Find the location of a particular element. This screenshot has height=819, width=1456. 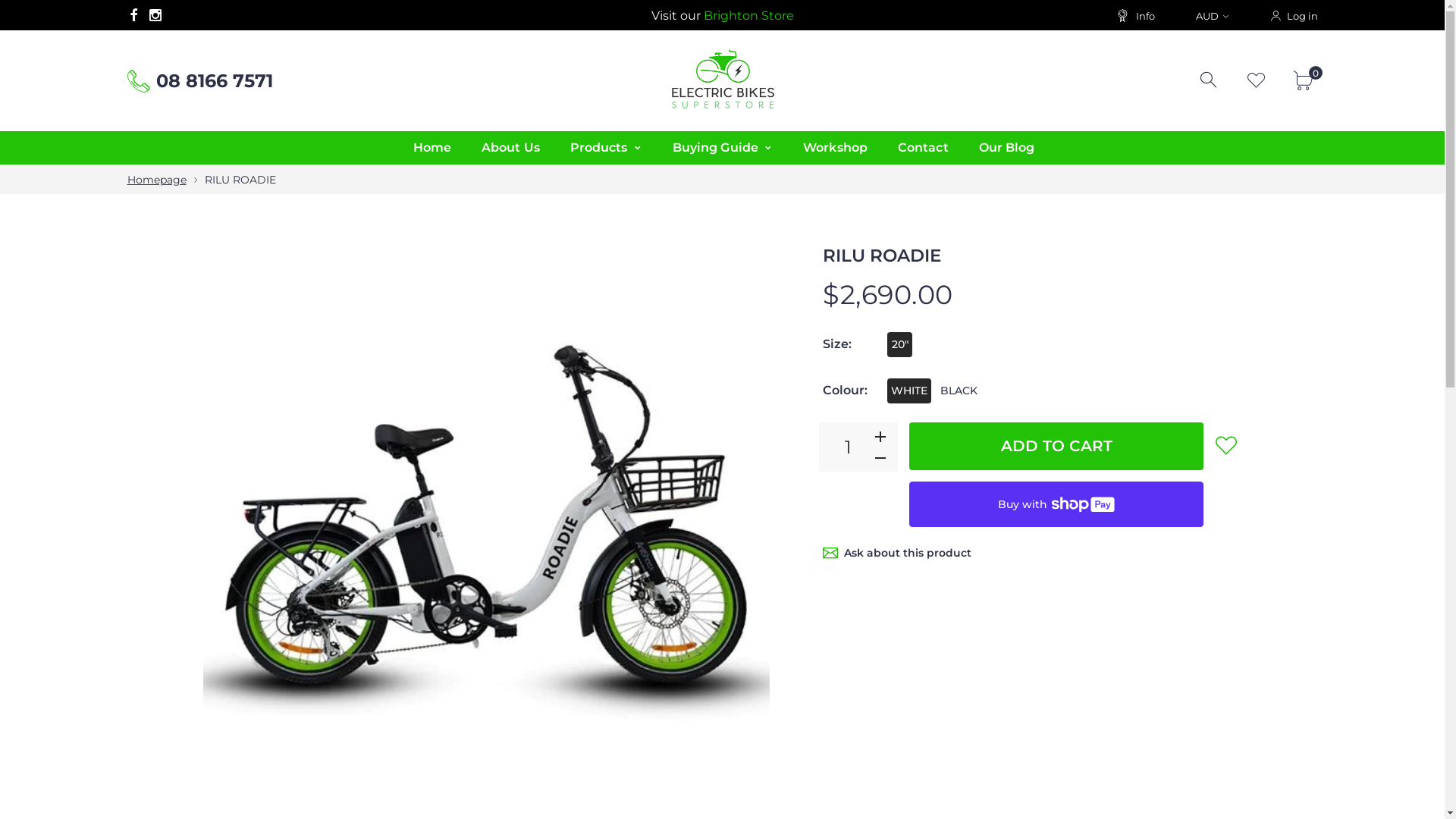

'0' is located at coordinates (1305, 80).